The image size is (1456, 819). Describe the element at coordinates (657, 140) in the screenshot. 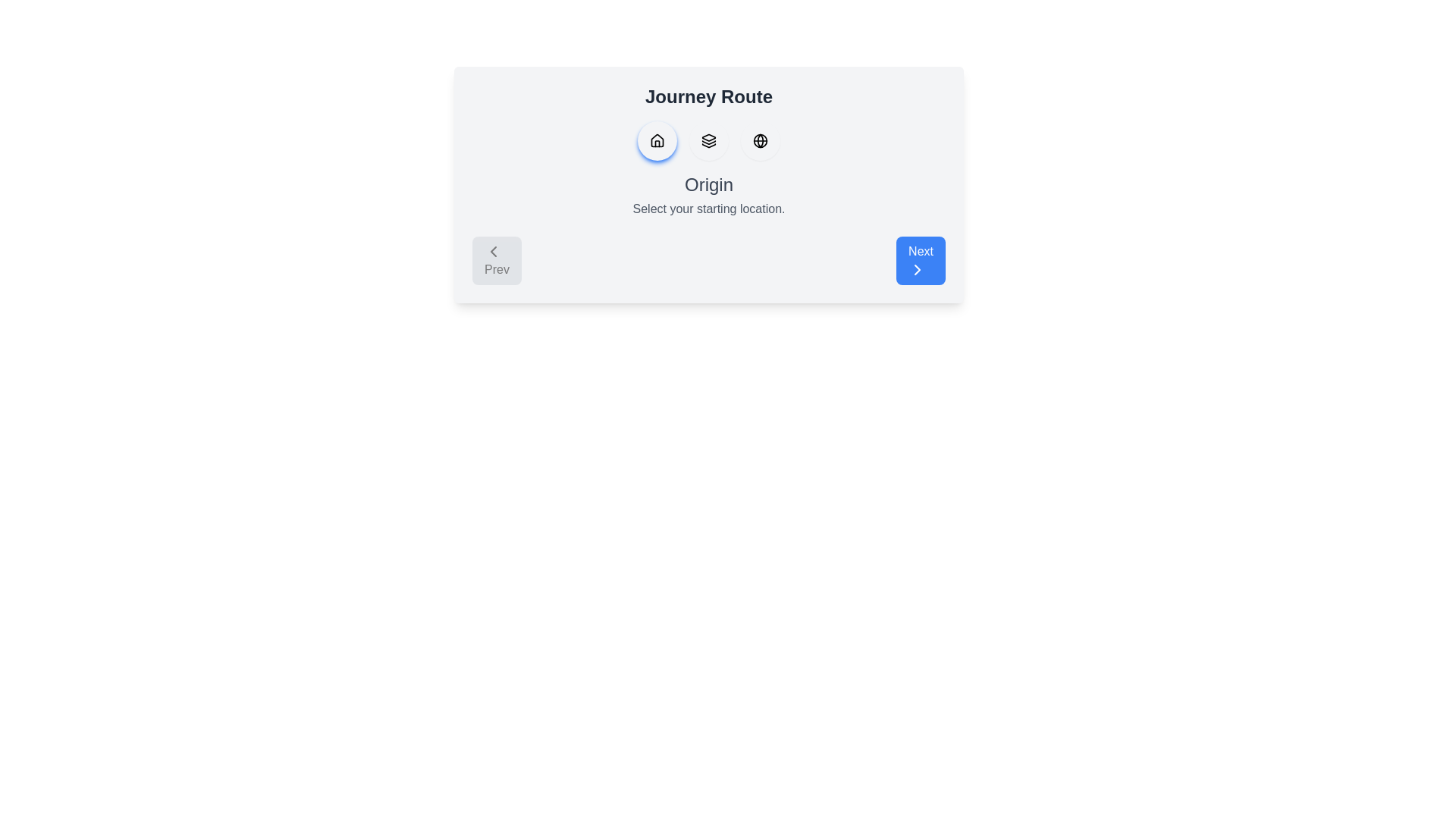

I see `the first circular button with a blue-tinted border and a house icon` at that location.